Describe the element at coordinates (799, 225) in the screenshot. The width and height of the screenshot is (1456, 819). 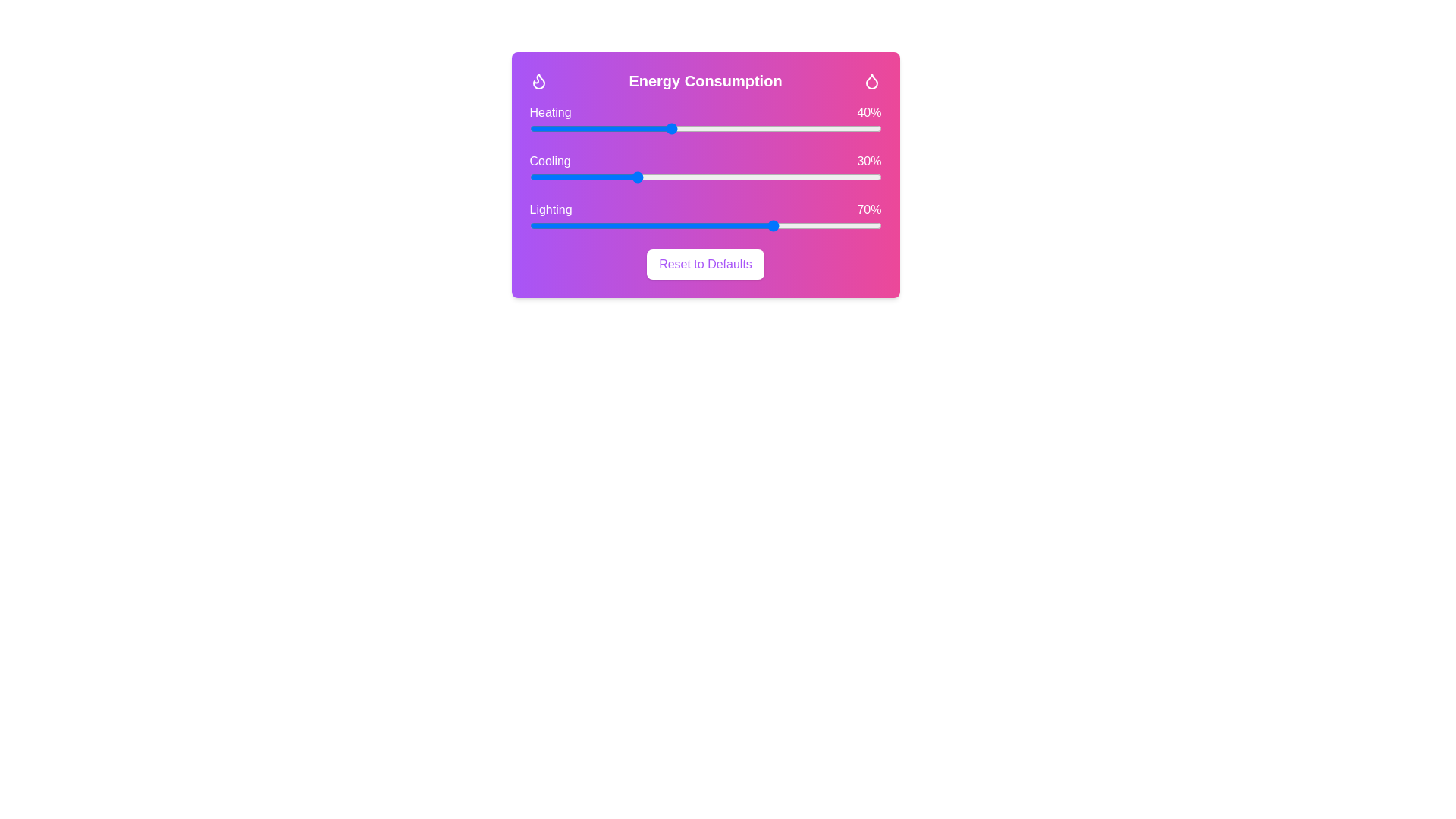
I see `the 'Lighting' slider to set its value to 77` at that location.